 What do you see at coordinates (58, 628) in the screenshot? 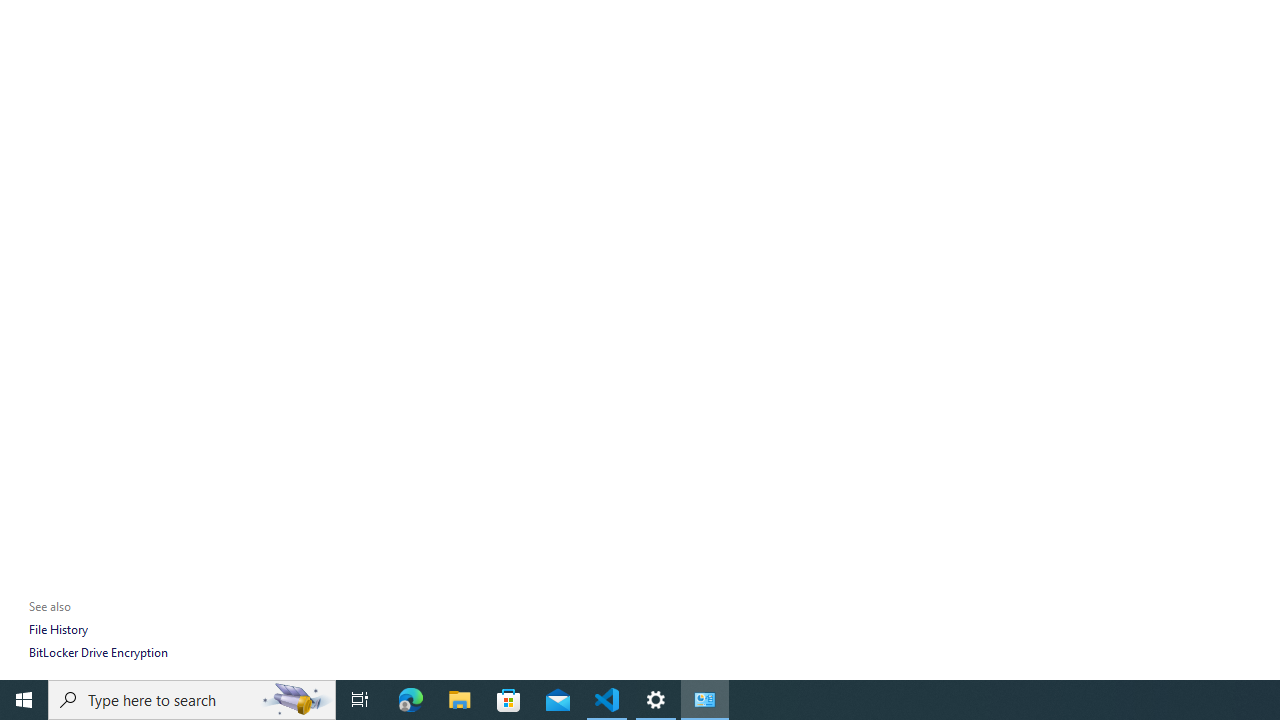
I see `'File History'` at bounding box center [58, 628].